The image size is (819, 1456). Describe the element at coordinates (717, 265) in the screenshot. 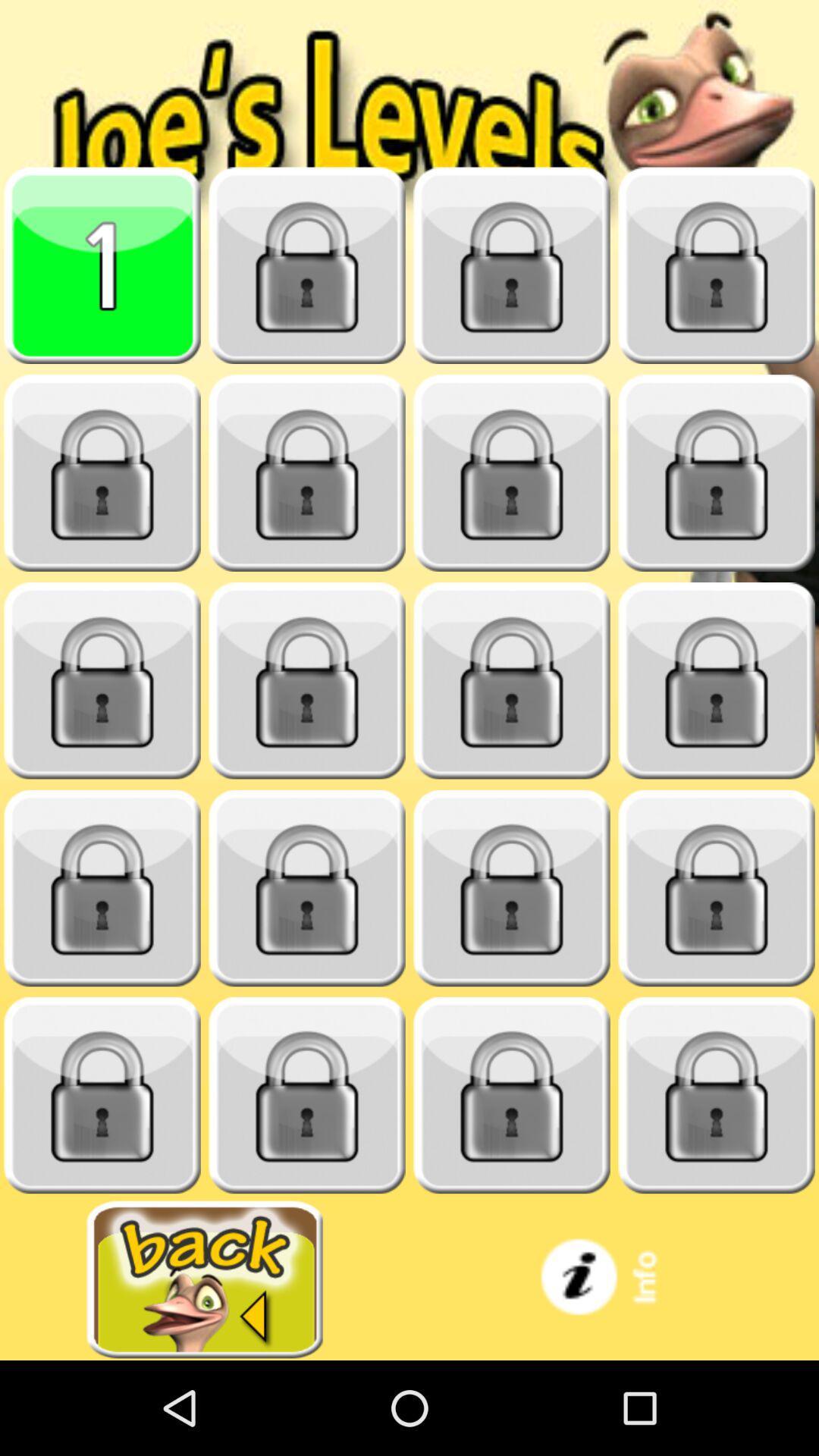

I see `lock button` at that location.